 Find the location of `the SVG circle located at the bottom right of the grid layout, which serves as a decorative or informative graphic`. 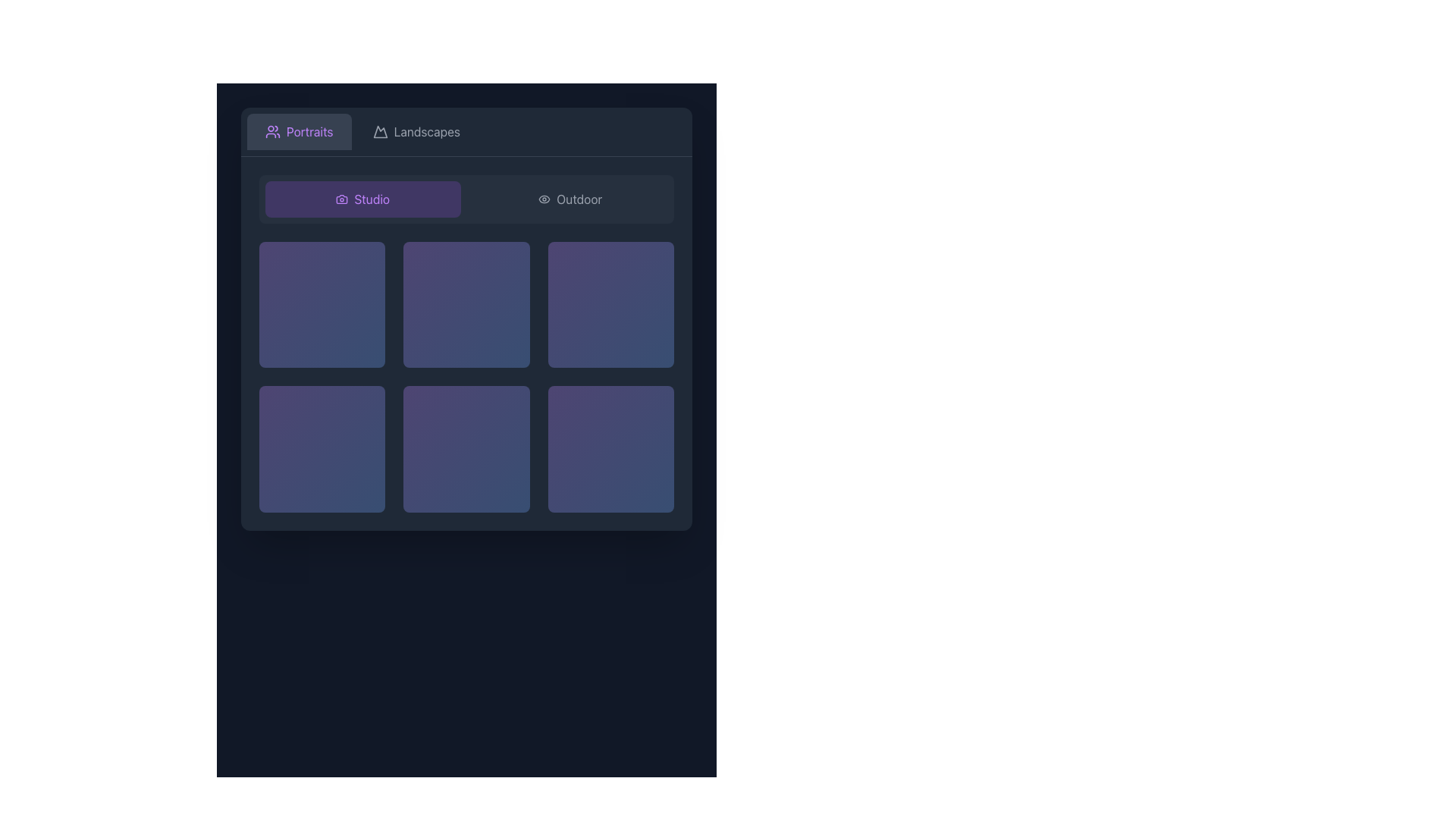

the SVG circle located at the bottom right of the grid layout, which serves as a decorative or informative graphic is located at coordinates (510, 492).